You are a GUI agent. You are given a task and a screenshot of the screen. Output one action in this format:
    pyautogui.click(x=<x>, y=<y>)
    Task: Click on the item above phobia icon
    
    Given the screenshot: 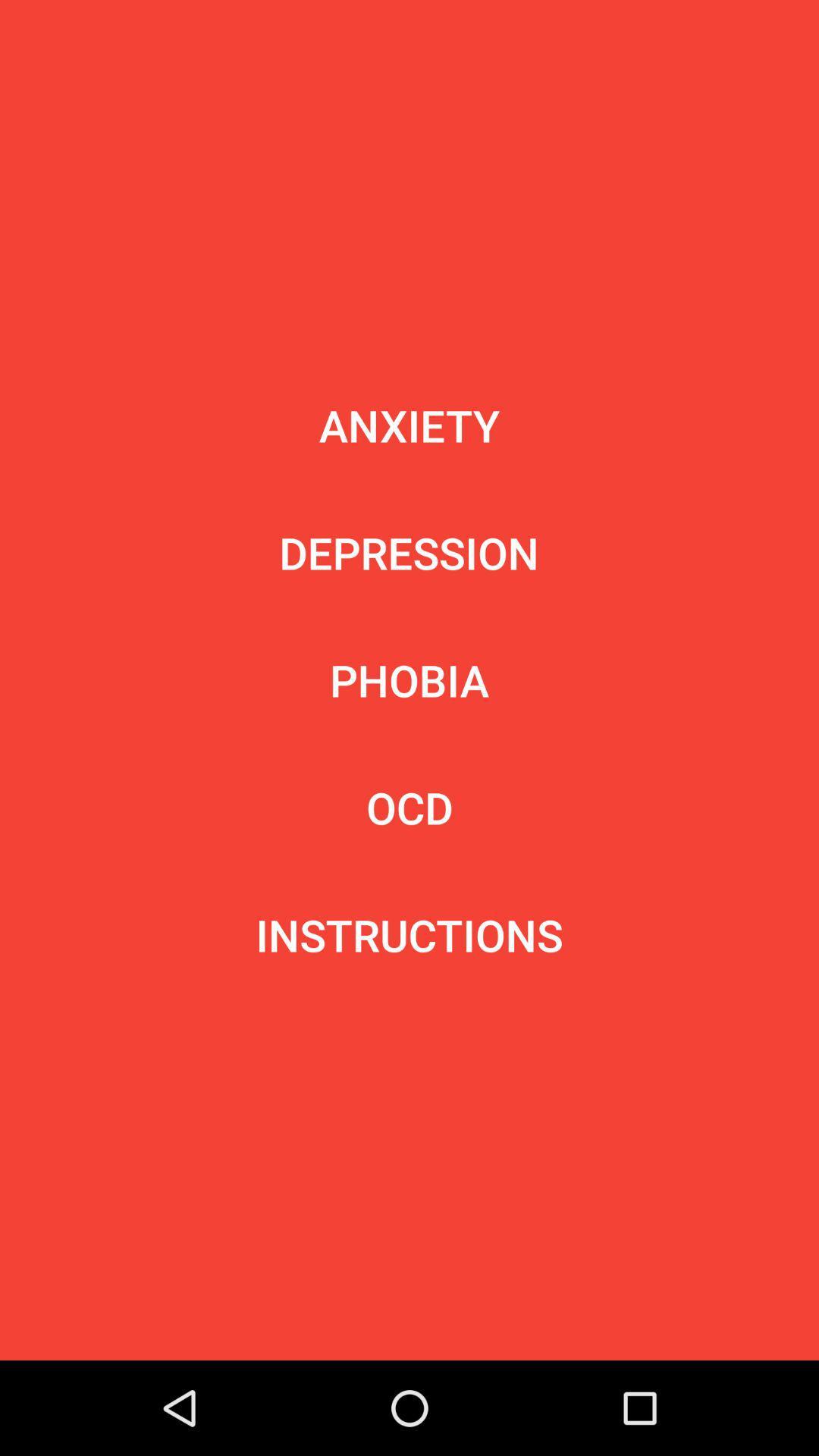 What is the action you would take?
    pyautogui.click(x=408, y=552)
    